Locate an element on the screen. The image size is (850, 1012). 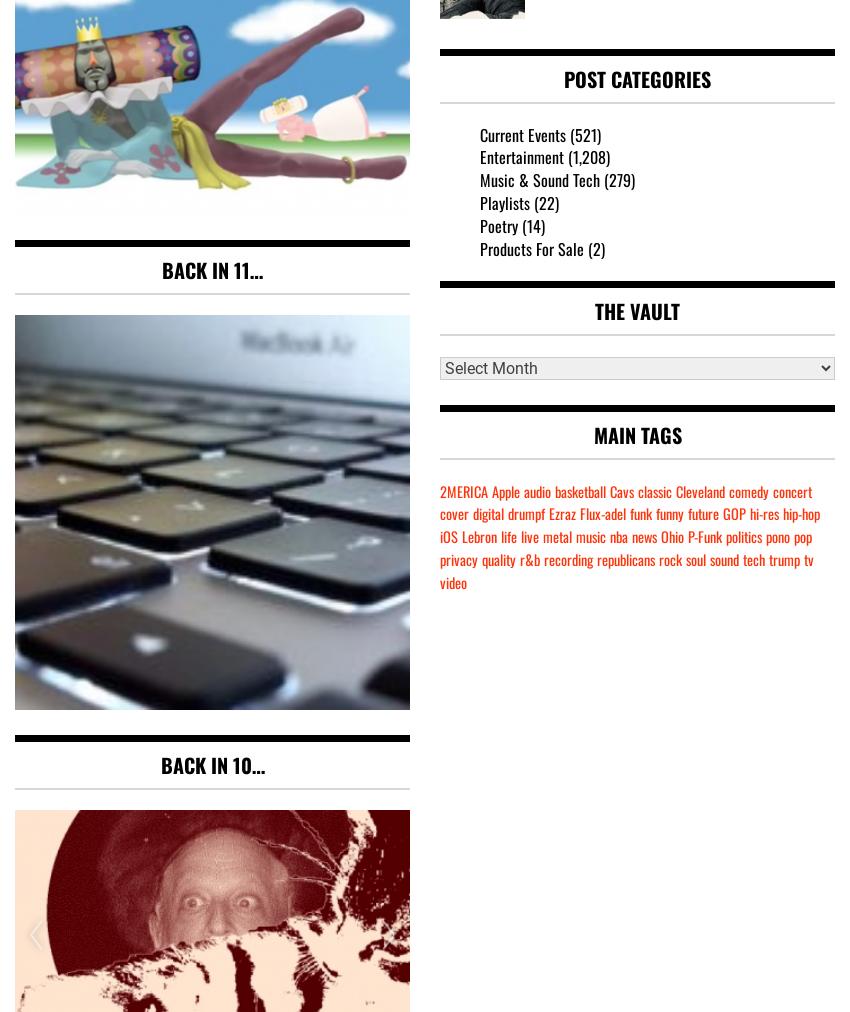
'rock' is located at coordinates (670, 558).